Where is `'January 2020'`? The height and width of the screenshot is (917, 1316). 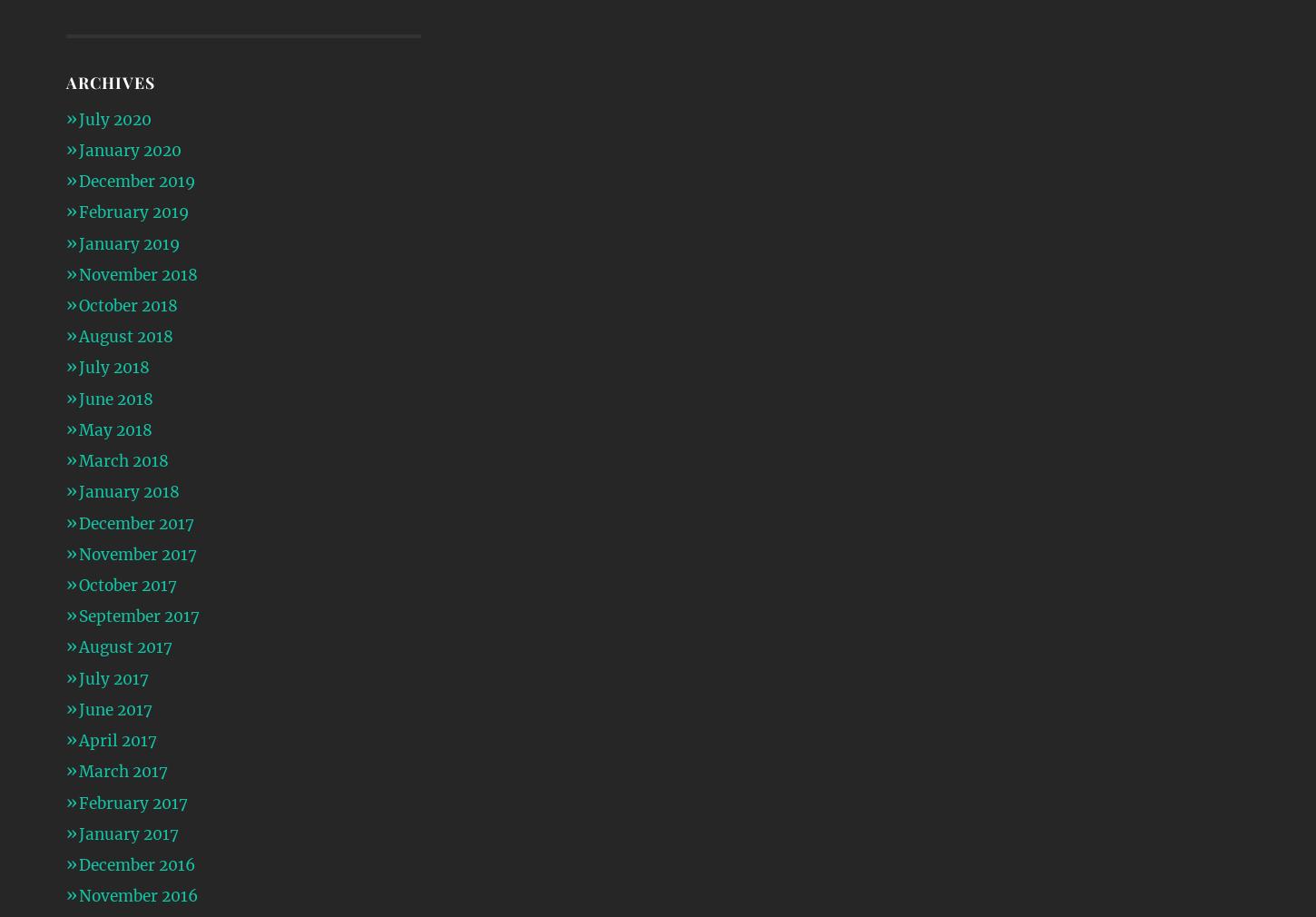
'January 2020' is located at coordinates (77, 149).